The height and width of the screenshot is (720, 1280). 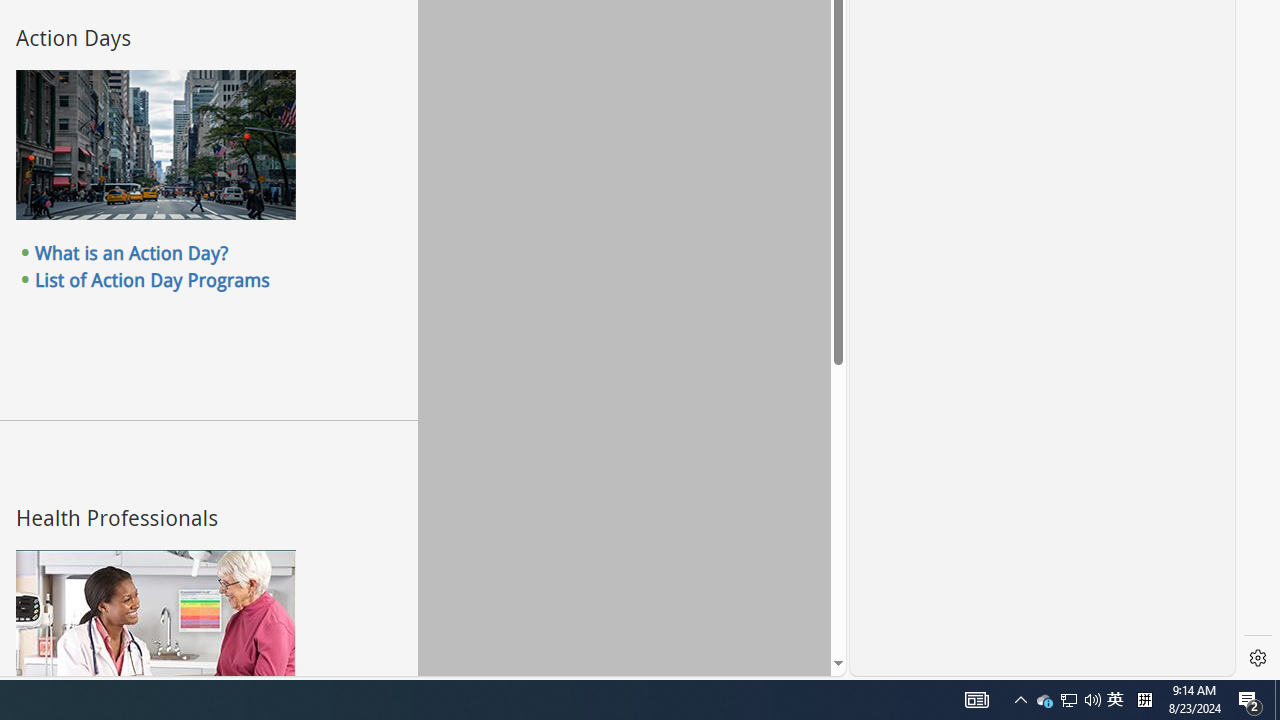 What do you see at coordinates (130, 252) in the screenshot?
I see `'What is an Action Day?'` at bounding box center [130, 252].